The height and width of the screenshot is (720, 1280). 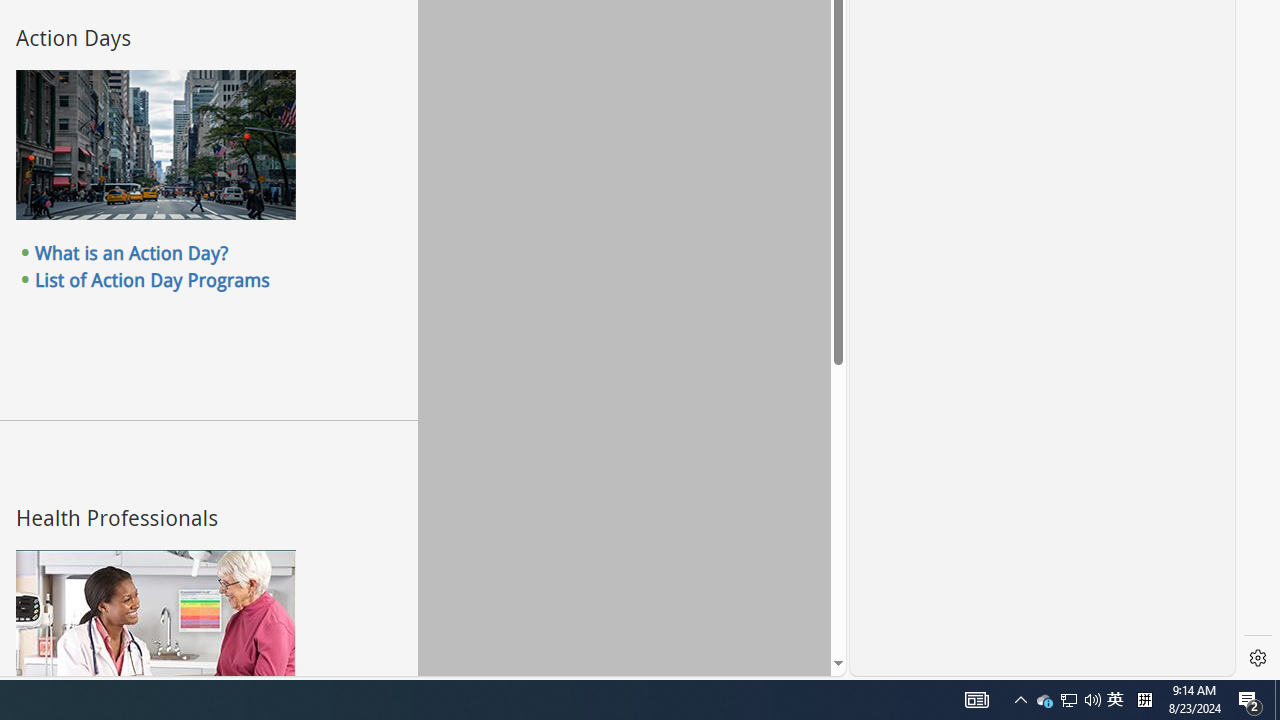 What do you see at coordinates (130, 252) in the screenshot?
I see `'What is an Action Day?'` at bounding box center [130, 252].